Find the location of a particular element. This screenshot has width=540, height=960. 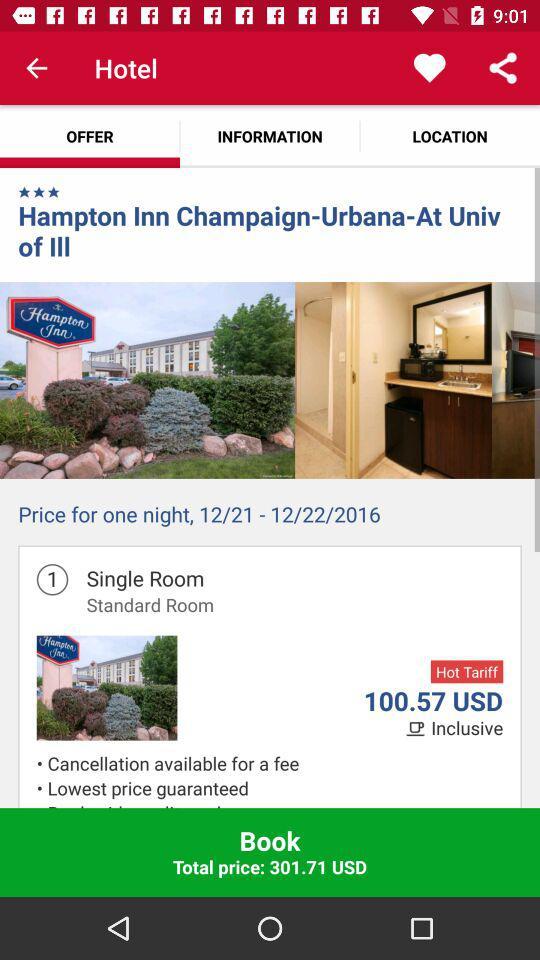

the item to the left of hotel app is located at coordinates (36, 68).